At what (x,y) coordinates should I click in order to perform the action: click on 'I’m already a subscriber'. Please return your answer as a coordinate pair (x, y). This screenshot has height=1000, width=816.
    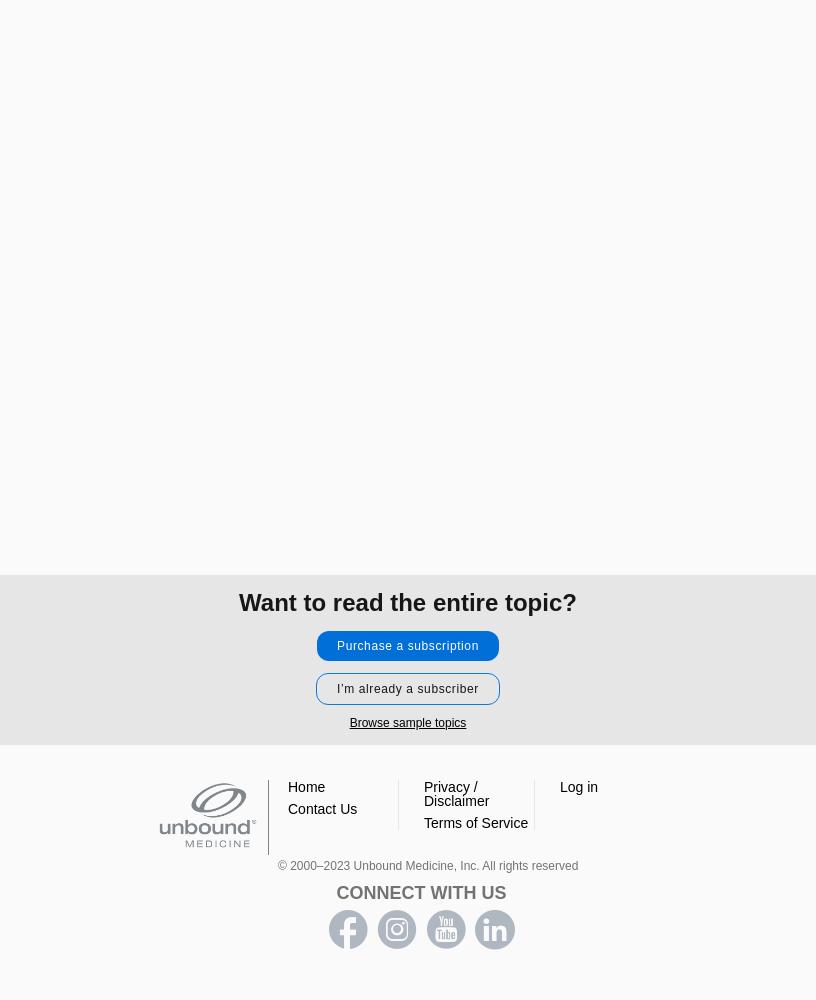
    Looking at the image, I should click on (407, 688).